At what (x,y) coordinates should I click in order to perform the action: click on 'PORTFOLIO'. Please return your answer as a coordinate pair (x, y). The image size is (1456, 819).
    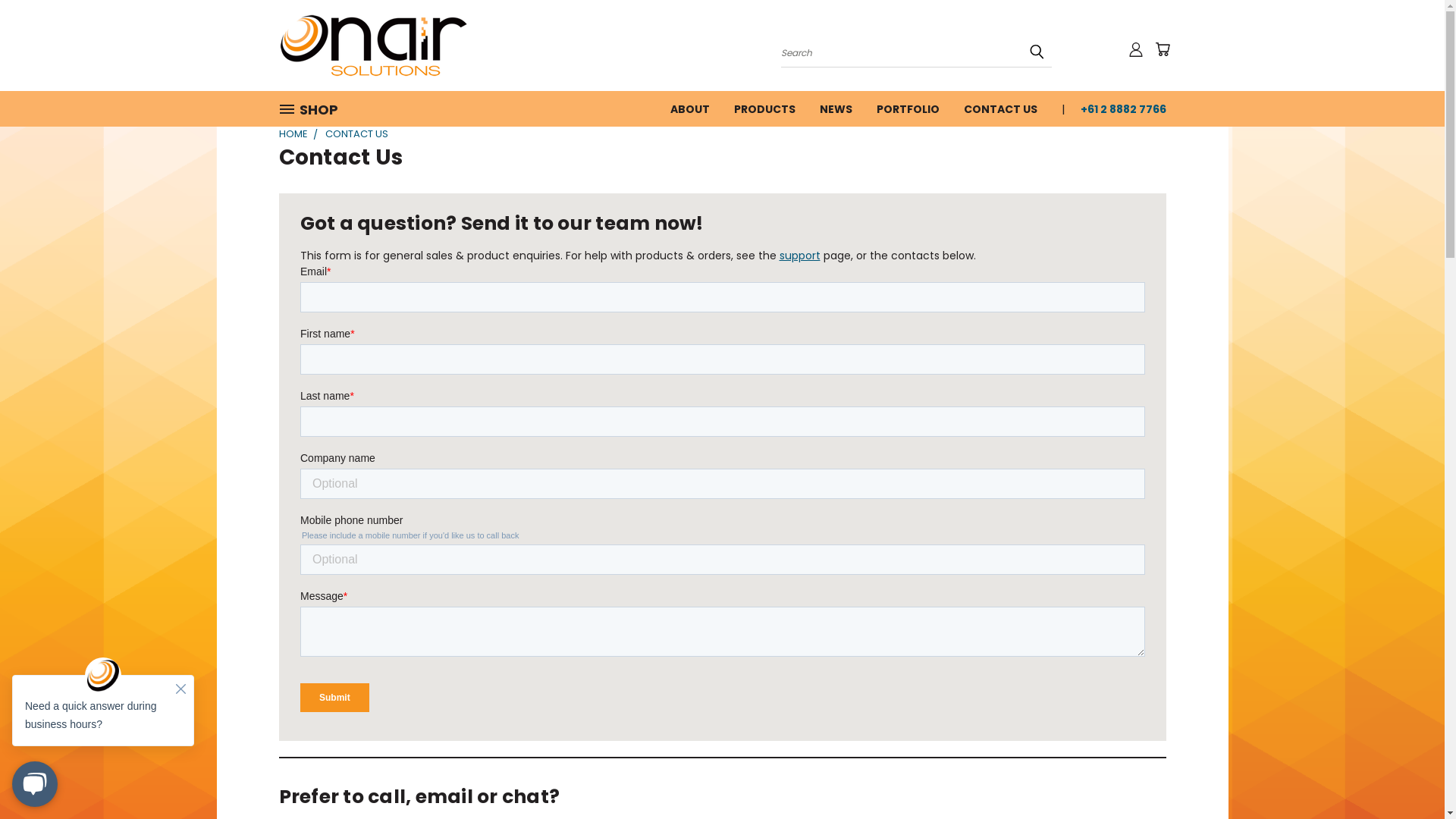
    Looking at the image, I should click on (864, 107).